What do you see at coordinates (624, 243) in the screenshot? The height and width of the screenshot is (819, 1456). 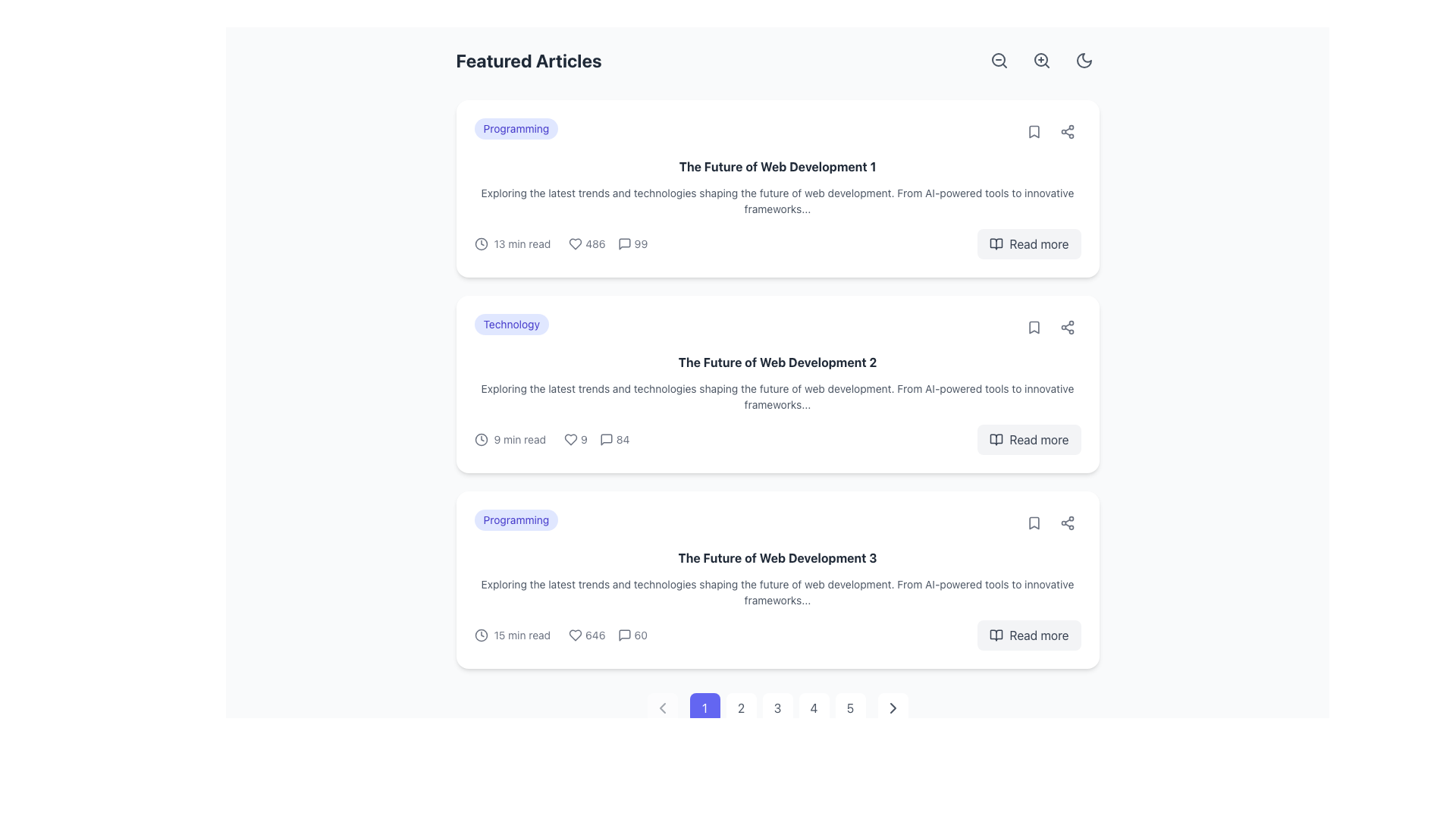 I see `the small speech bubble icon with a gray outline located to the right of the numerical text '99' in the article card titled 'The Future of Web Development 1'` at bounding box center [624, 243].